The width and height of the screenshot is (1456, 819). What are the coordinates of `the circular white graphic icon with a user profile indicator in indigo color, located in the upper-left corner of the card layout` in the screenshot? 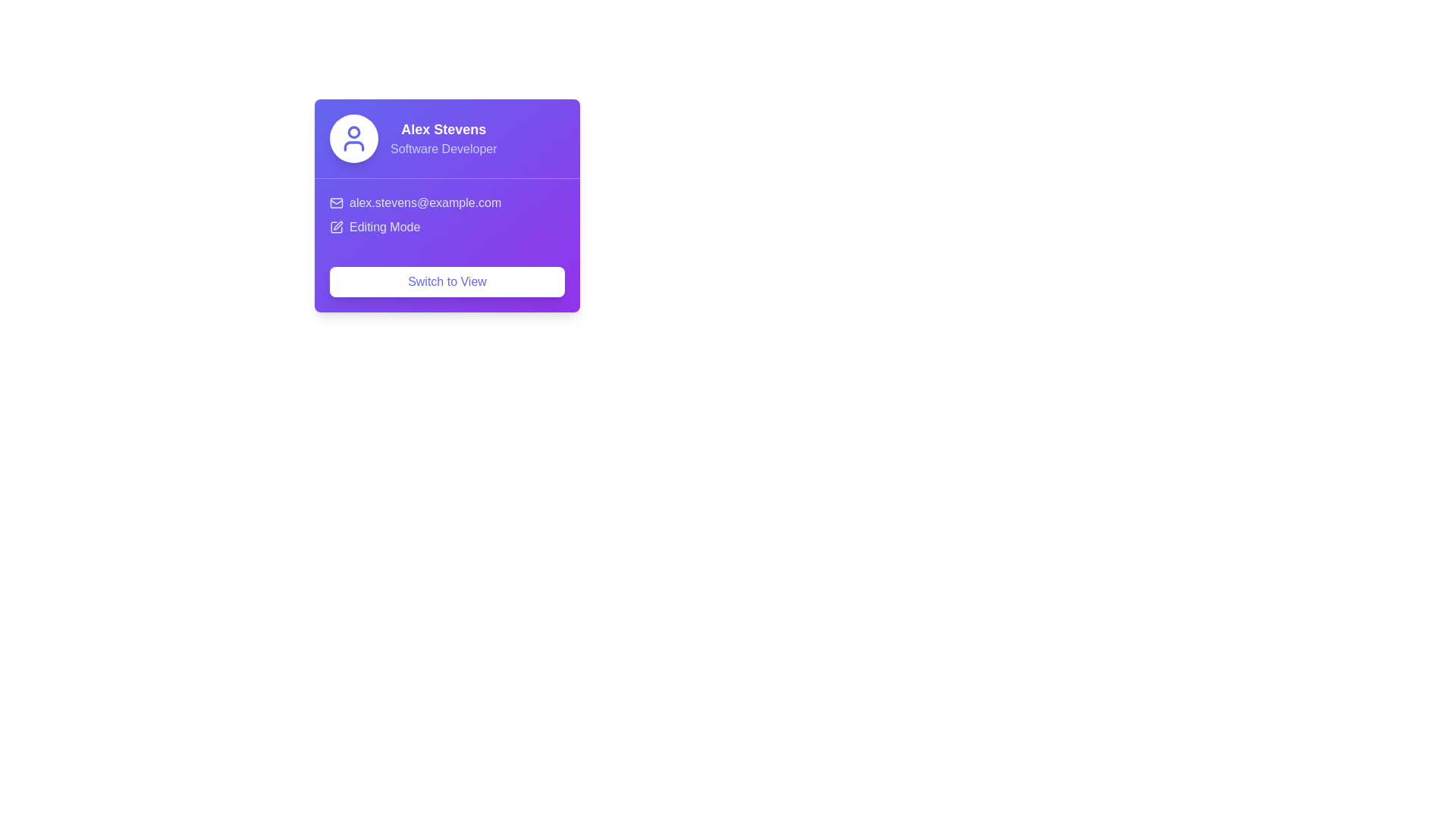 It's located at (353, 138).